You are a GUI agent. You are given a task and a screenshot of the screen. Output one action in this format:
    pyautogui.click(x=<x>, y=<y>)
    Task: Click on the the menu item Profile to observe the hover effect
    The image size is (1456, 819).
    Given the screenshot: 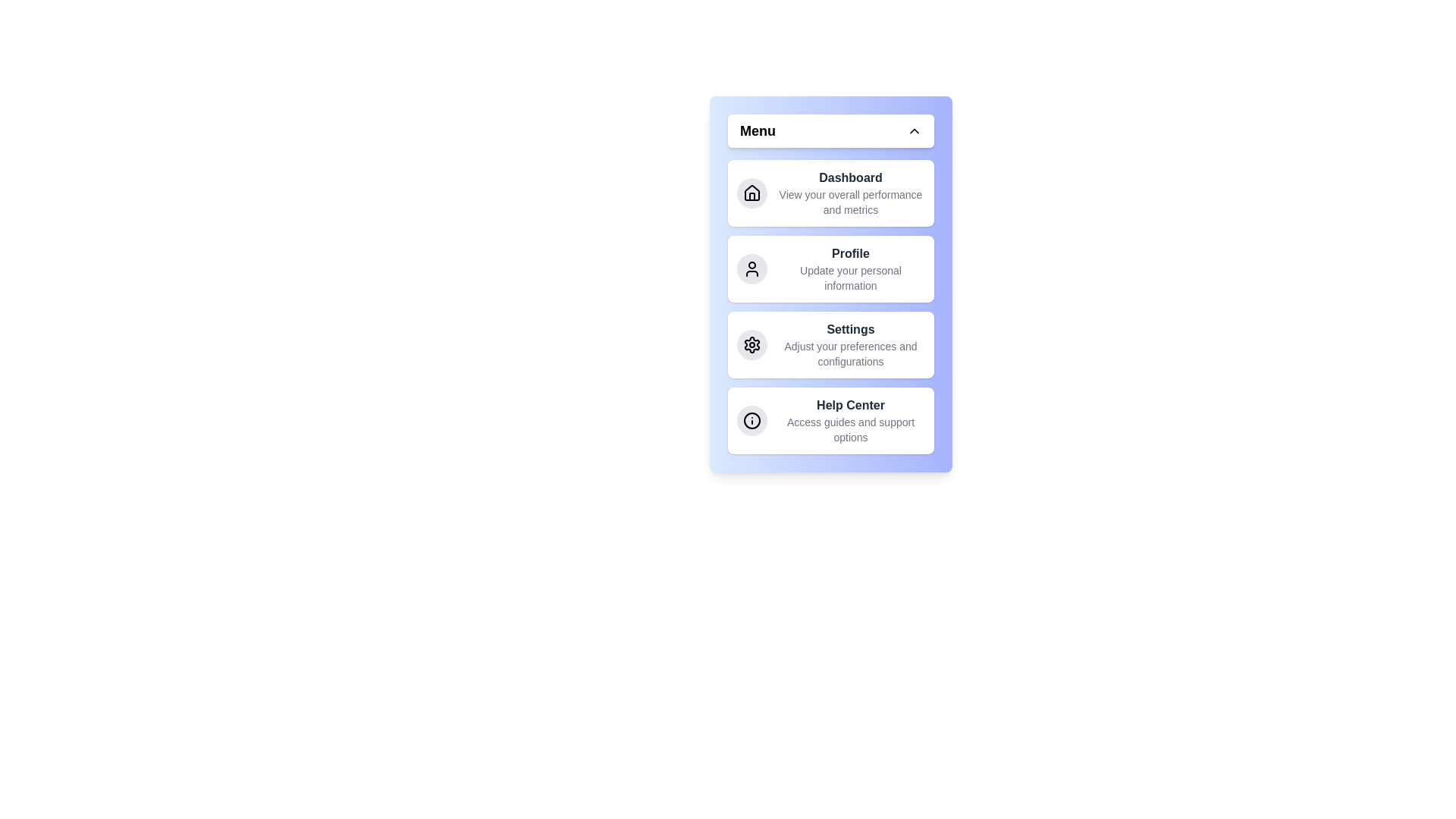 What is the action you would take?
    pyautogui.click(x=830, y=268)
    